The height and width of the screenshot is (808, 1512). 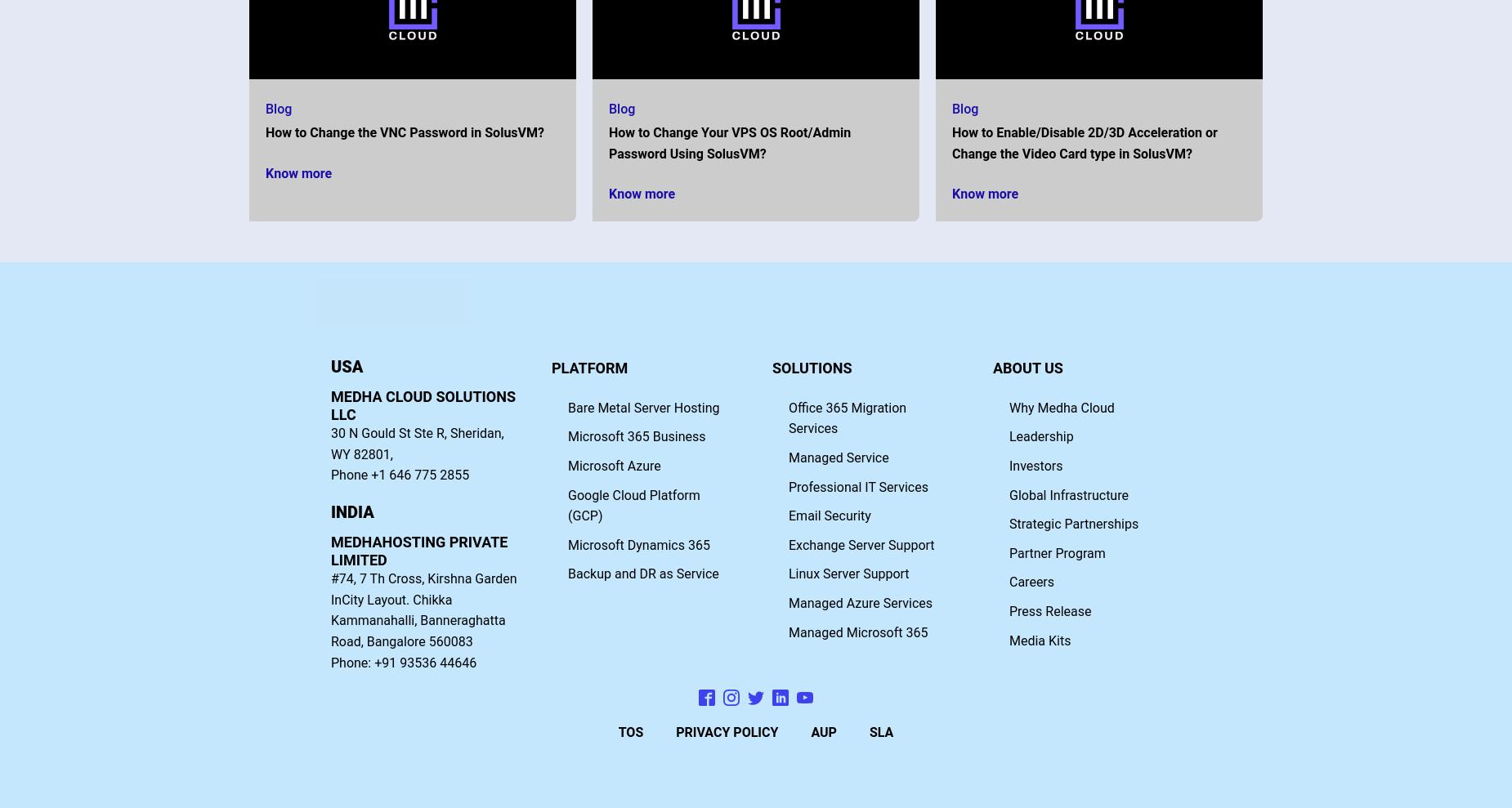 What do you see at coordinates (1031, 581) in the screenshot?
I see `'Careers'` at bounding box center [1031, 581].